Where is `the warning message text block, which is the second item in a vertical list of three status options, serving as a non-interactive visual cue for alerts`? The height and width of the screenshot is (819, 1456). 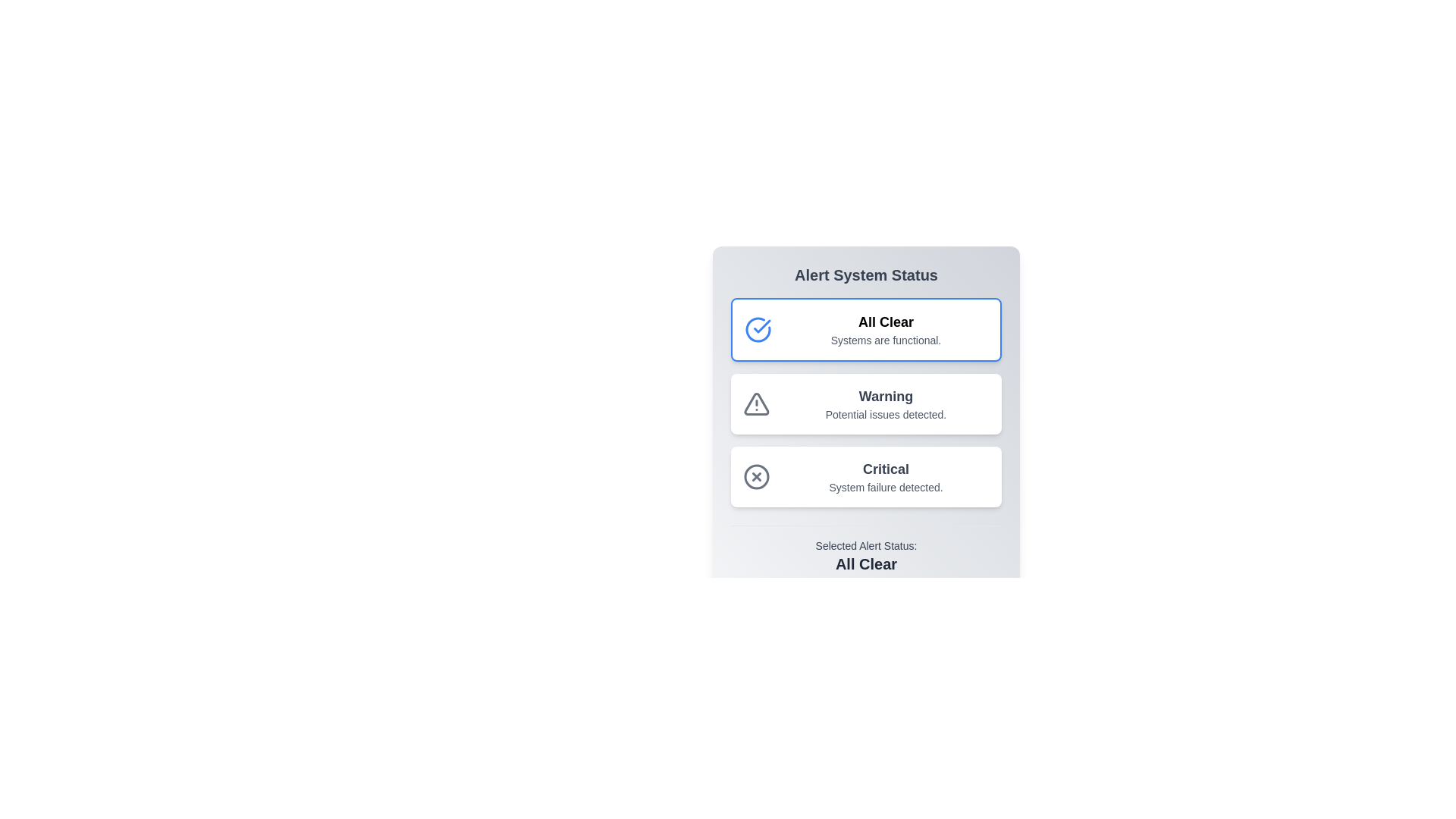 the warning message text block, which is the second item in a vertical list of three status options, serving as a non-interactive visual cue for alerts is located at coordinates (886, 403).